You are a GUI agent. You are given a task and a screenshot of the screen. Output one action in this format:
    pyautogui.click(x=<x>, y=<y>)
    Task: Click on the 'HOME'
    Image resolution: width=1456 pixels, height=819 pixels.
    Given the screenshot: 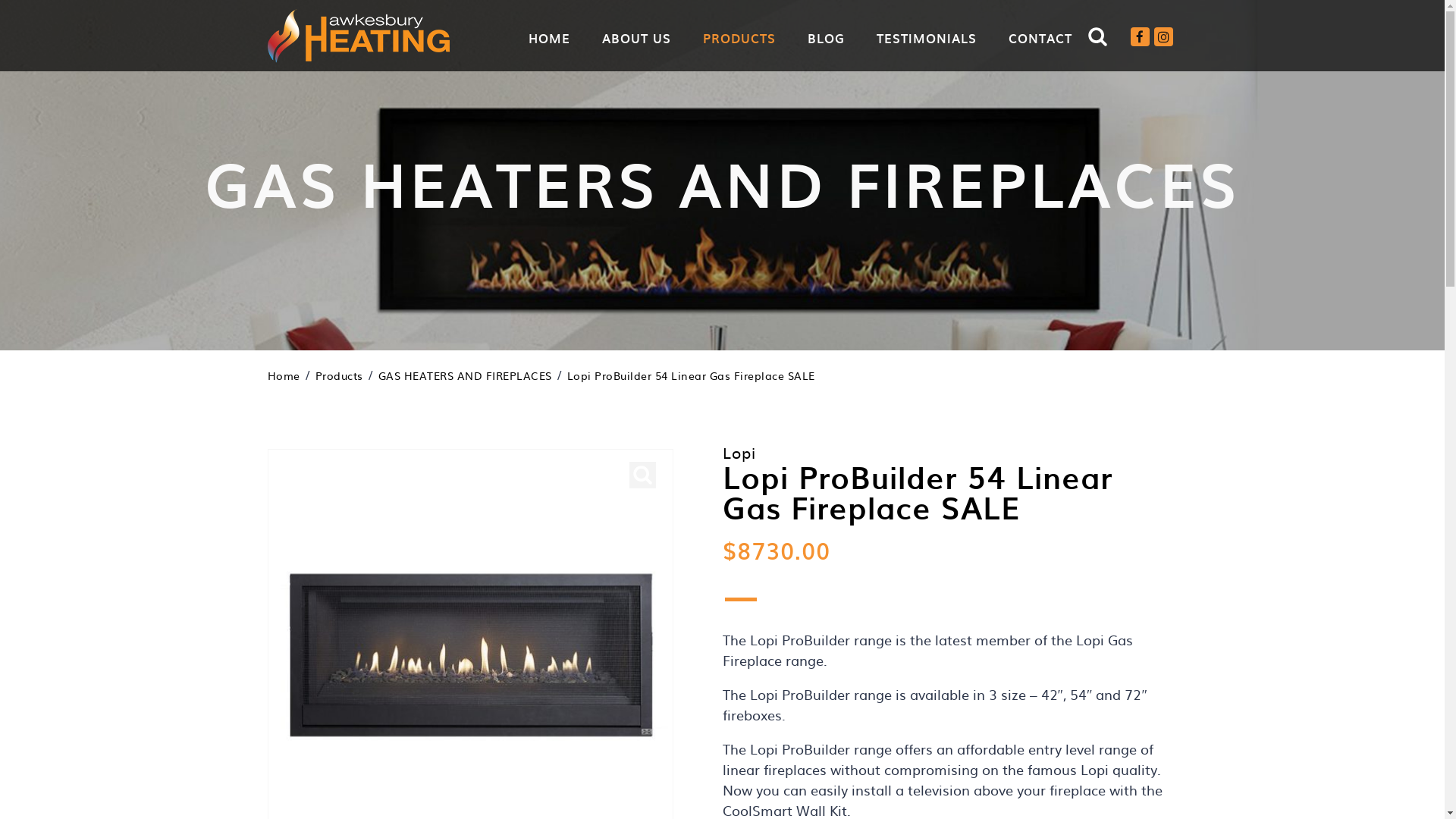 What is the action you would take?
    pyautogui.click(x=528, y=37)
    